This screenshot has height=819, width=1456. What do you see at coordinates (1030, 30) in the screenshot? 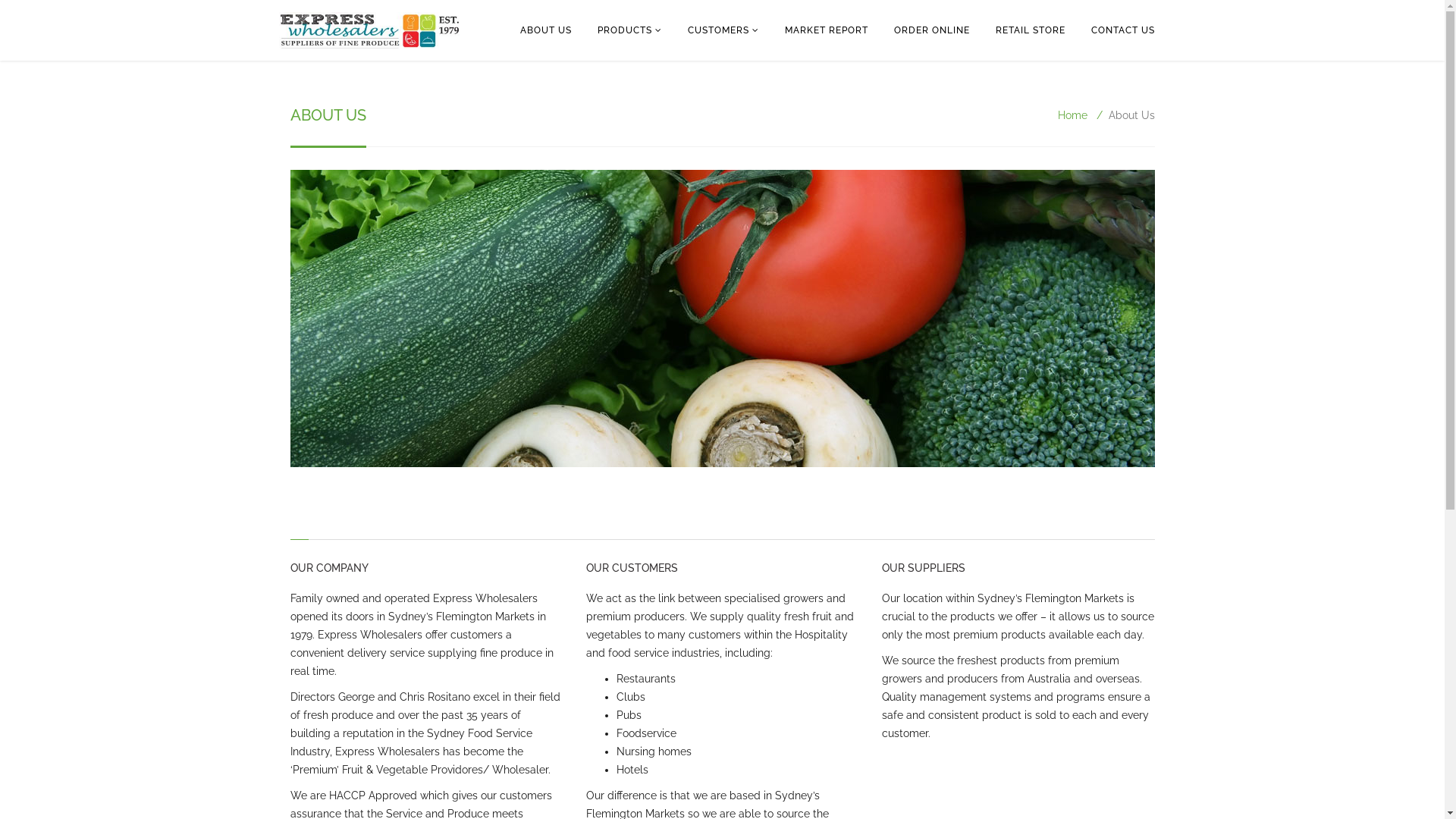
I see `'RETAIL STORE'` at bounding box center [1030, 30].